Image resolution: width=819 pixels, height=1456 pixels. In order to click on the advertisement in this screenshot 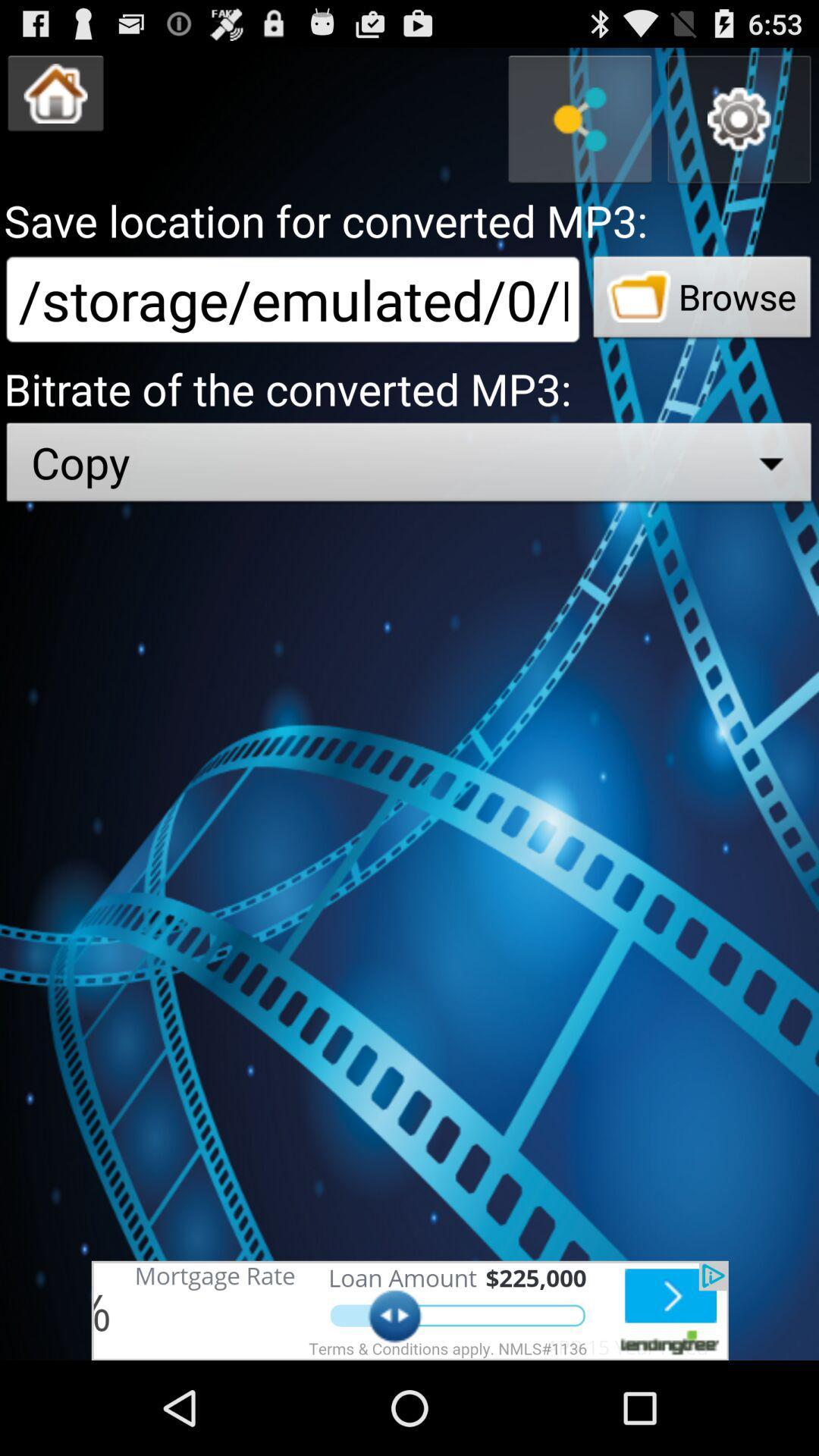, I will do `click(409, 1310)`.